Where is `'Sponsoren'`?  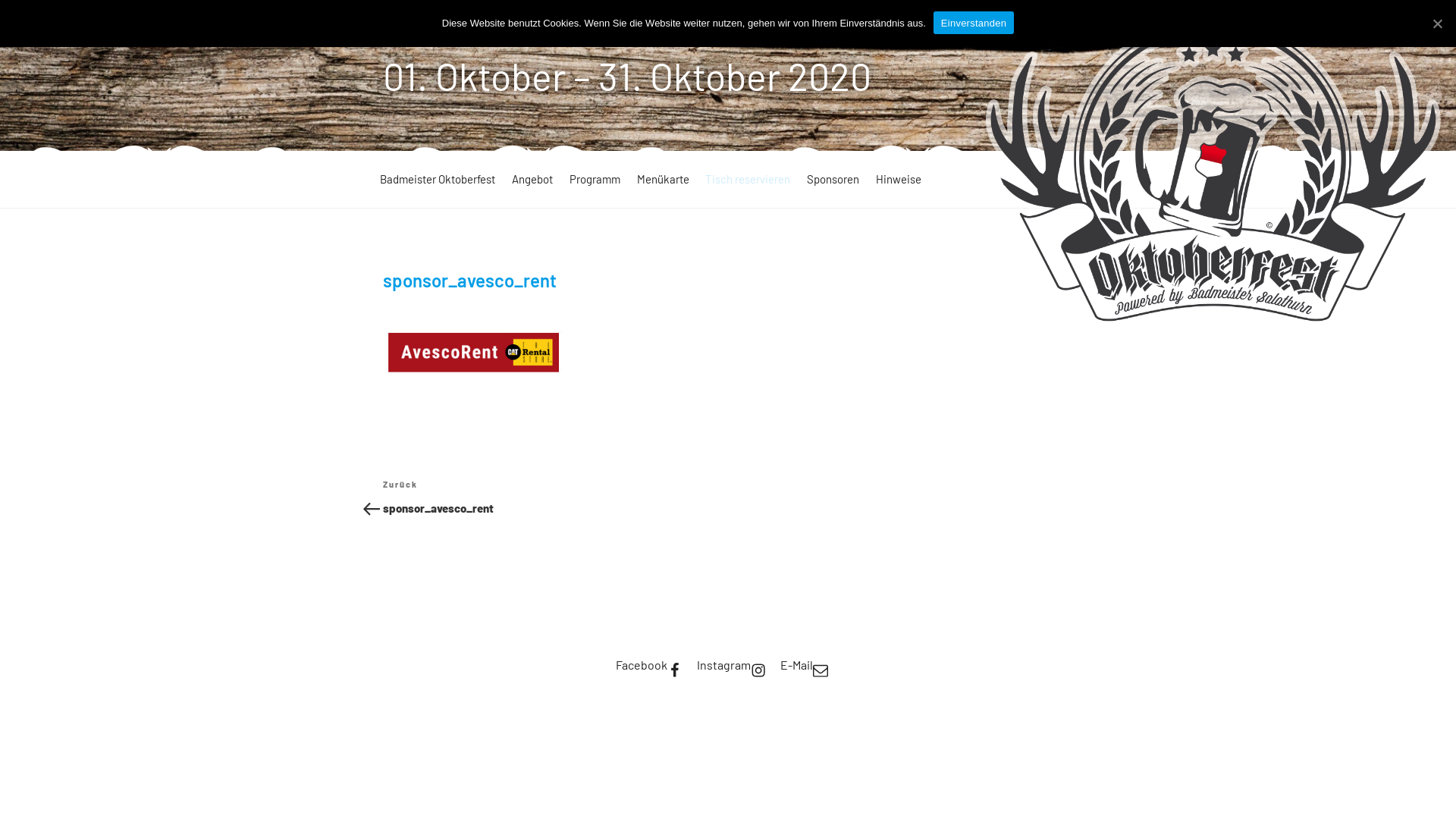 'Sponsoren' is located at coordinates (831, 178).